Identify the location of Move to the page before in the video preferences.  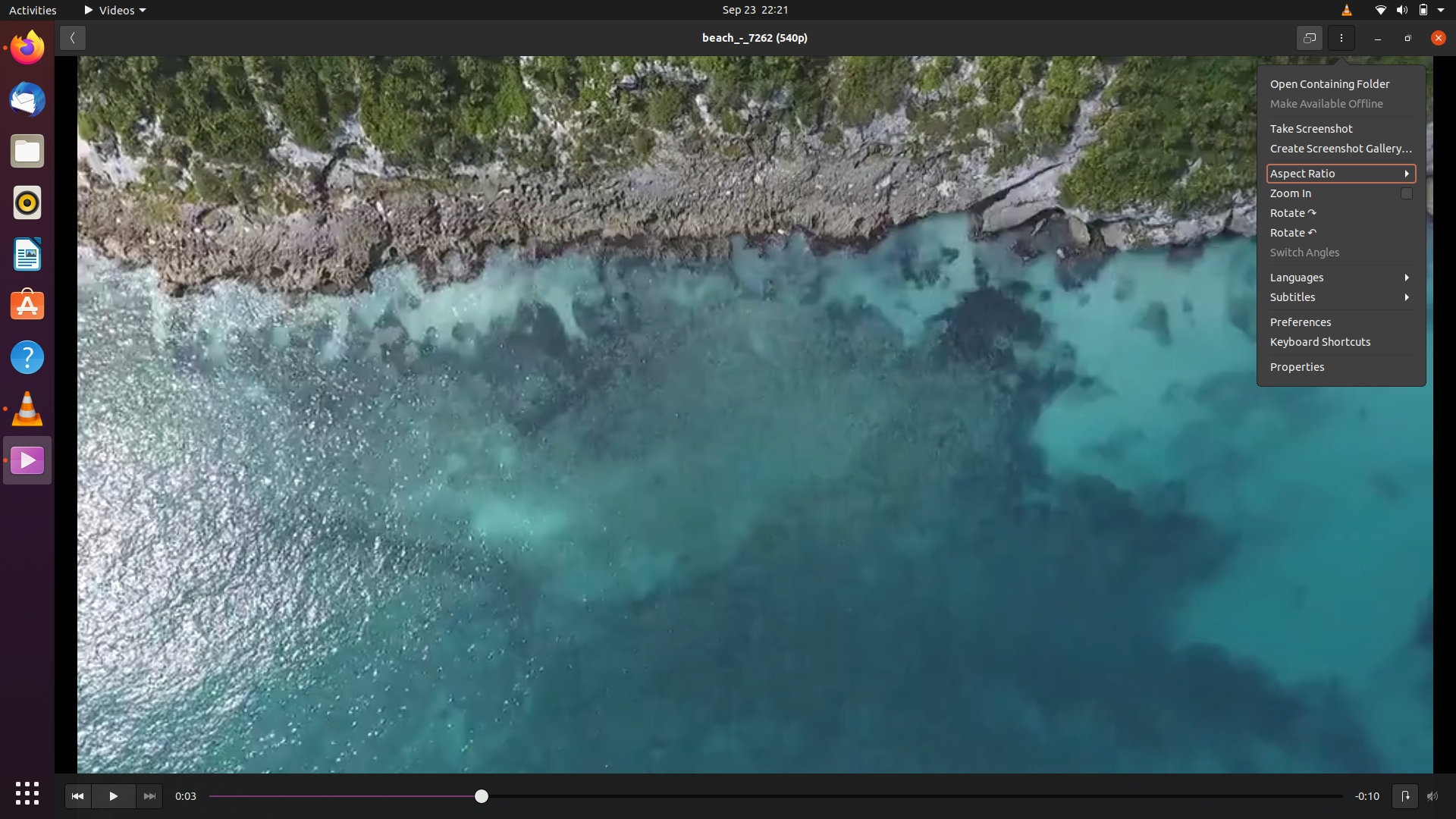
(70, 36).